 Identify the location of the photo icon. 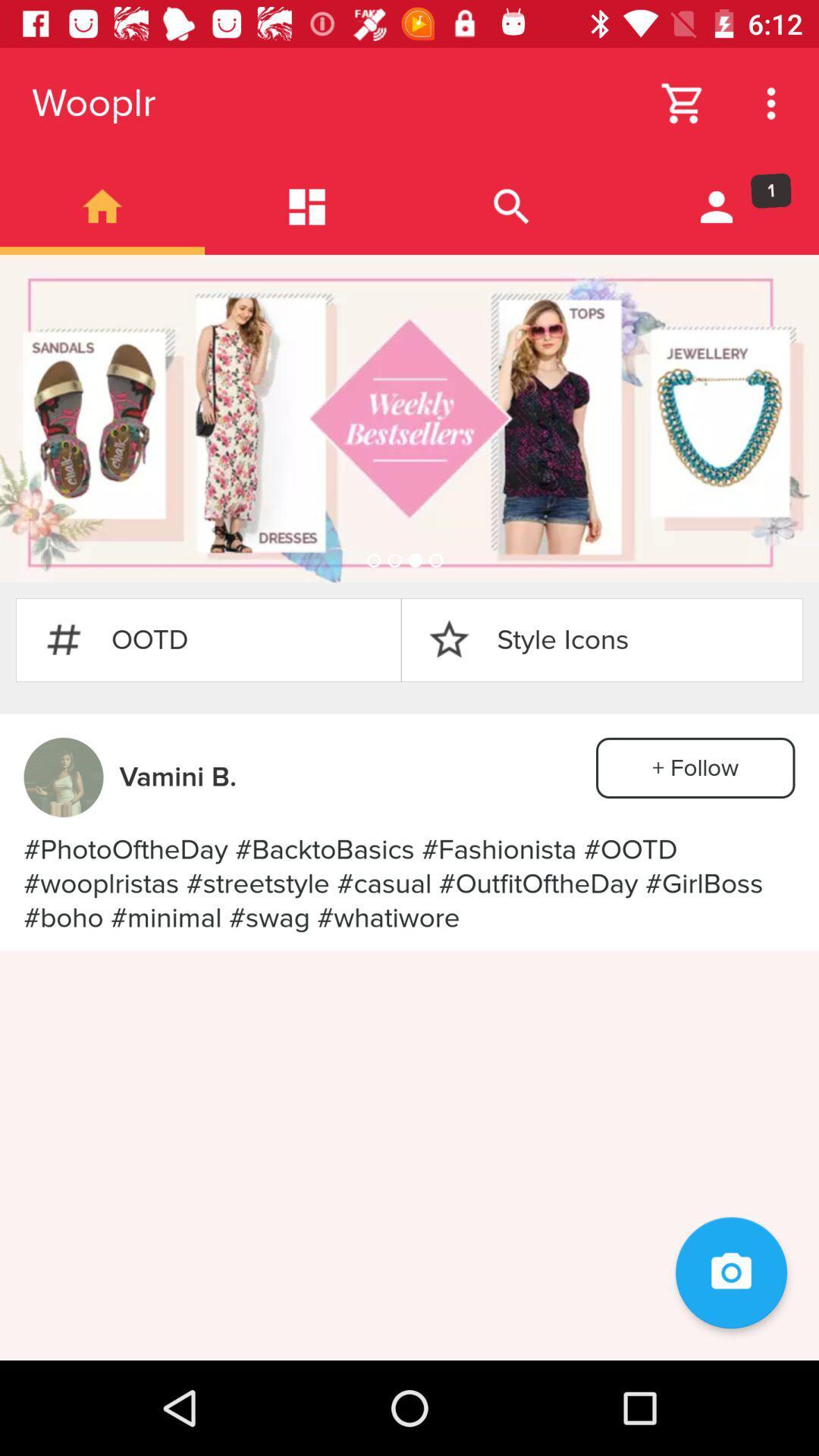
(730, 1272).